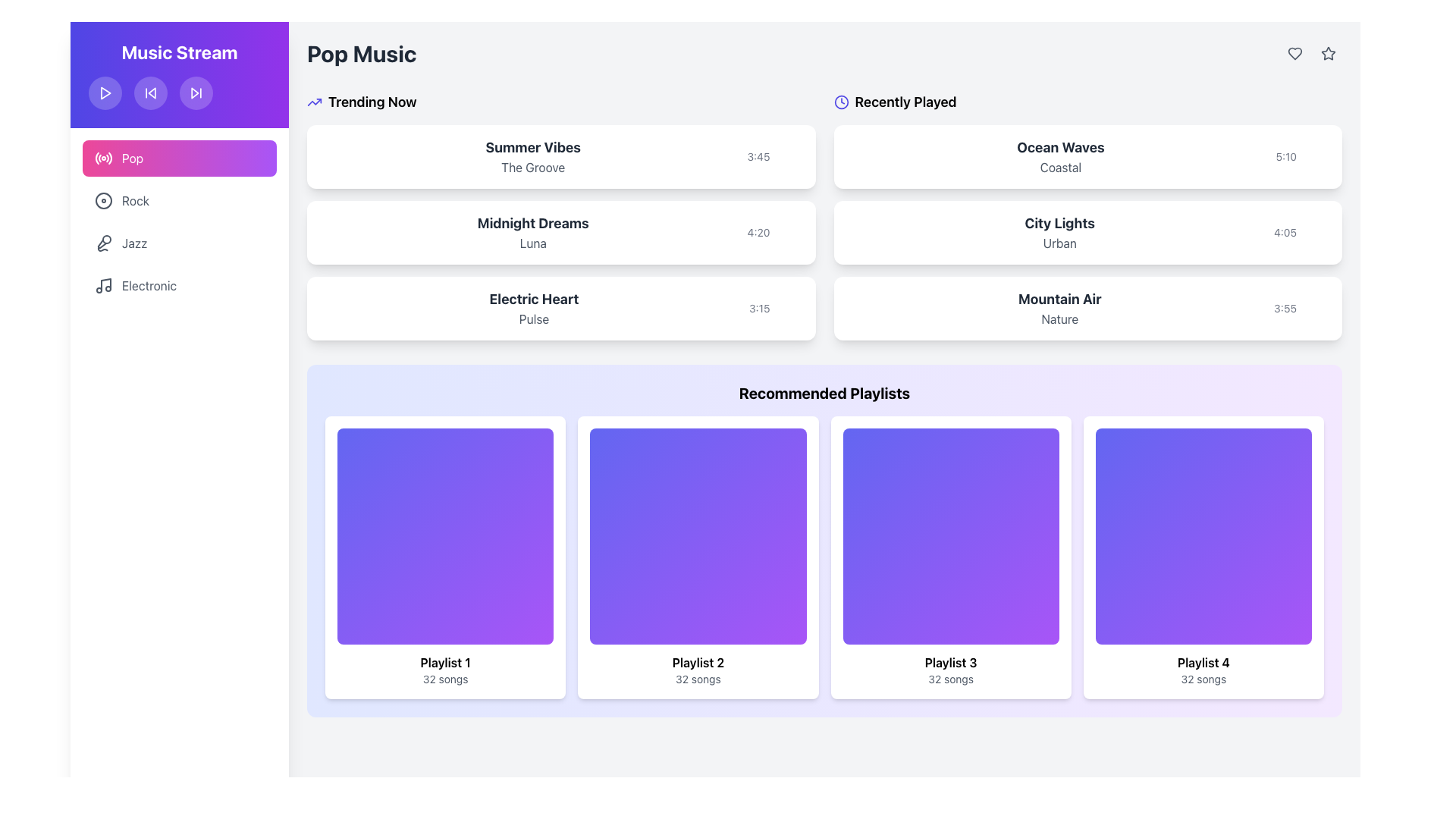  I want to click on the 'Rock' music category button located in the sidebar menu, positioned below the 'Pop' button and above the 'Jazz' button, so click(179, 200).